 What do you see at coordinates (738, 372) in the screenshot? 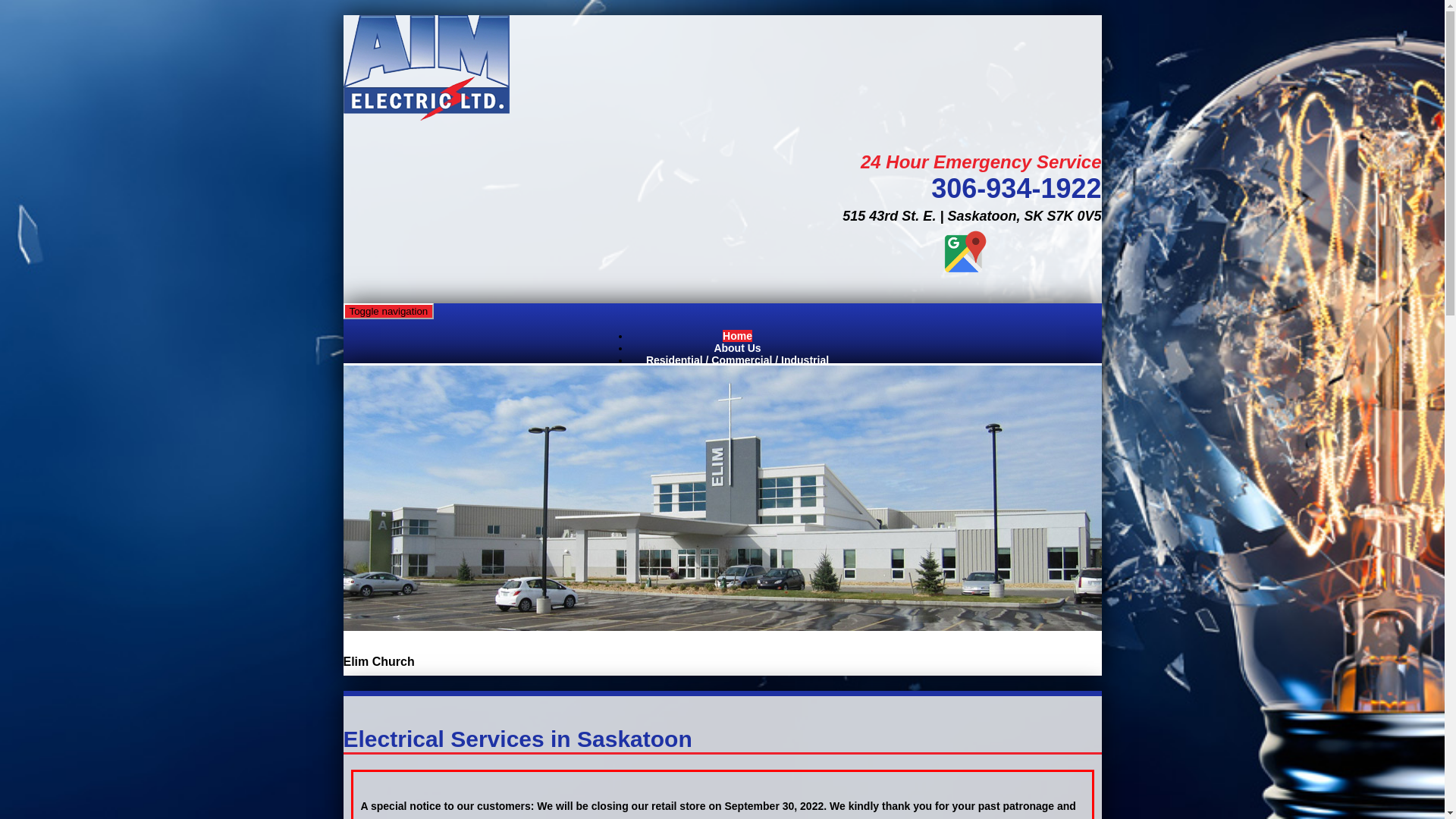
I see `'Contact Us'` at bounding box center [738, 372].